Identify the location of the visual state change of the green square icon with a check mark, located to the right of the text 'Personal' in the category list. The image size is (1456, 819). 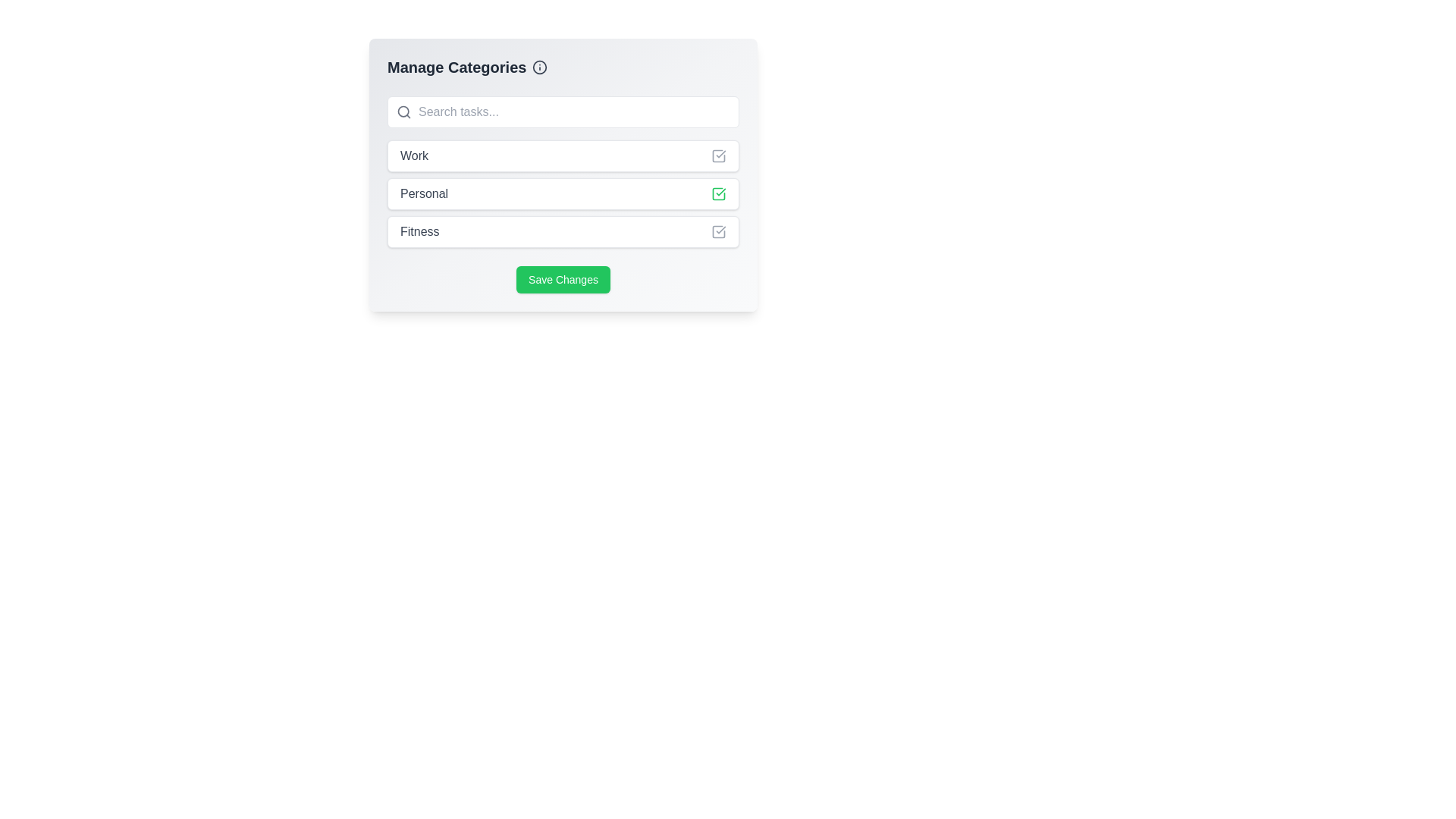
(718, 193).